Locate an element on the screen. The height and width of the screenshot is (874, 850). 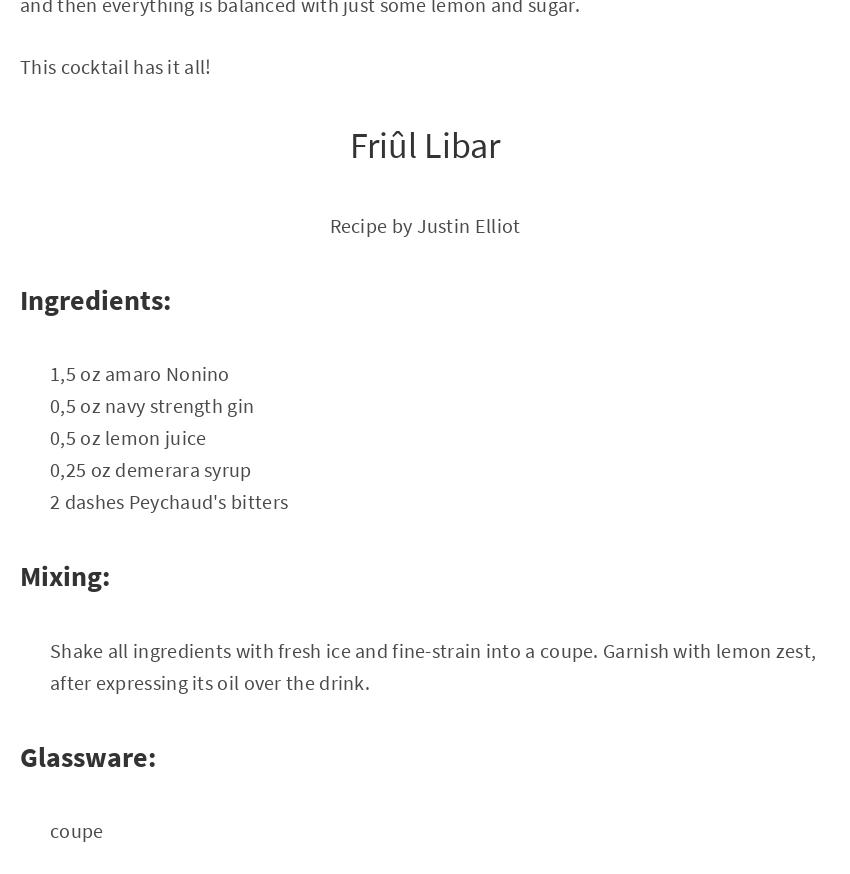
'coupe' is located at coordinates (76, 829).